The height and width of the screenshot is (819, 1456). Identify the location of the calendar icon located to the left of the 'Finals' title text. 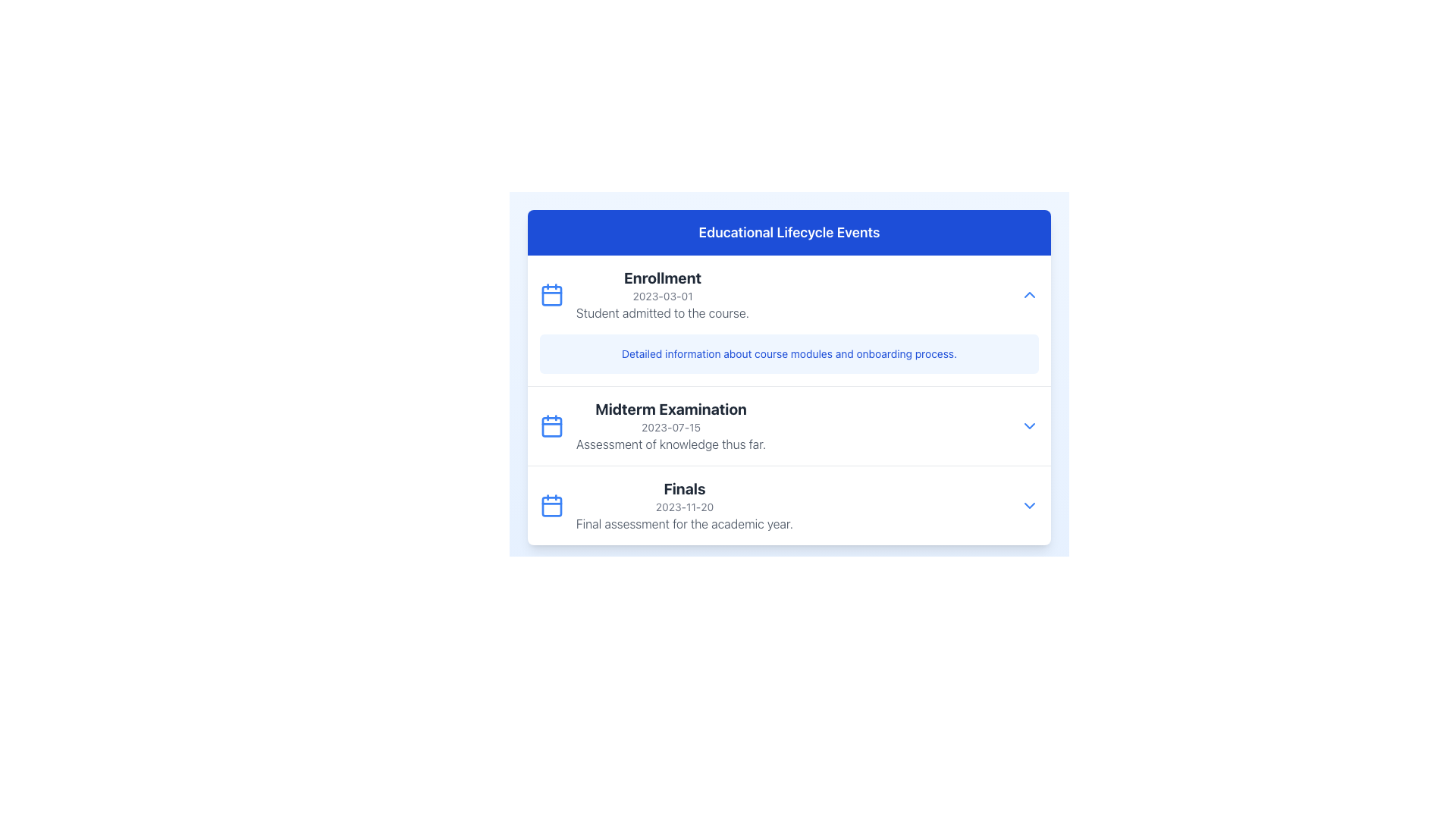
(551, 506).